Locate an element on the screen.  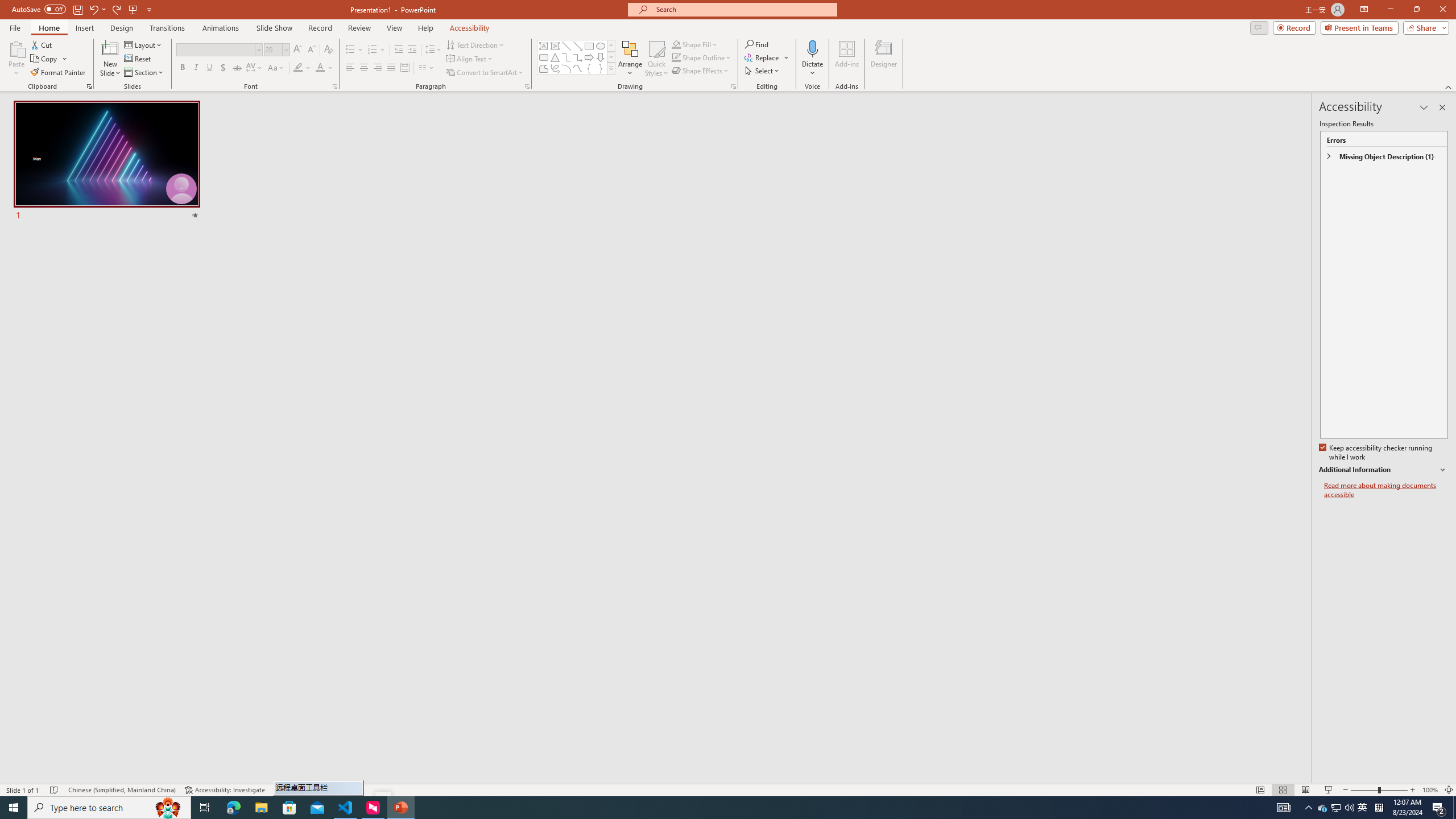
'Character Spacing' is located at coordinates (255, 67).